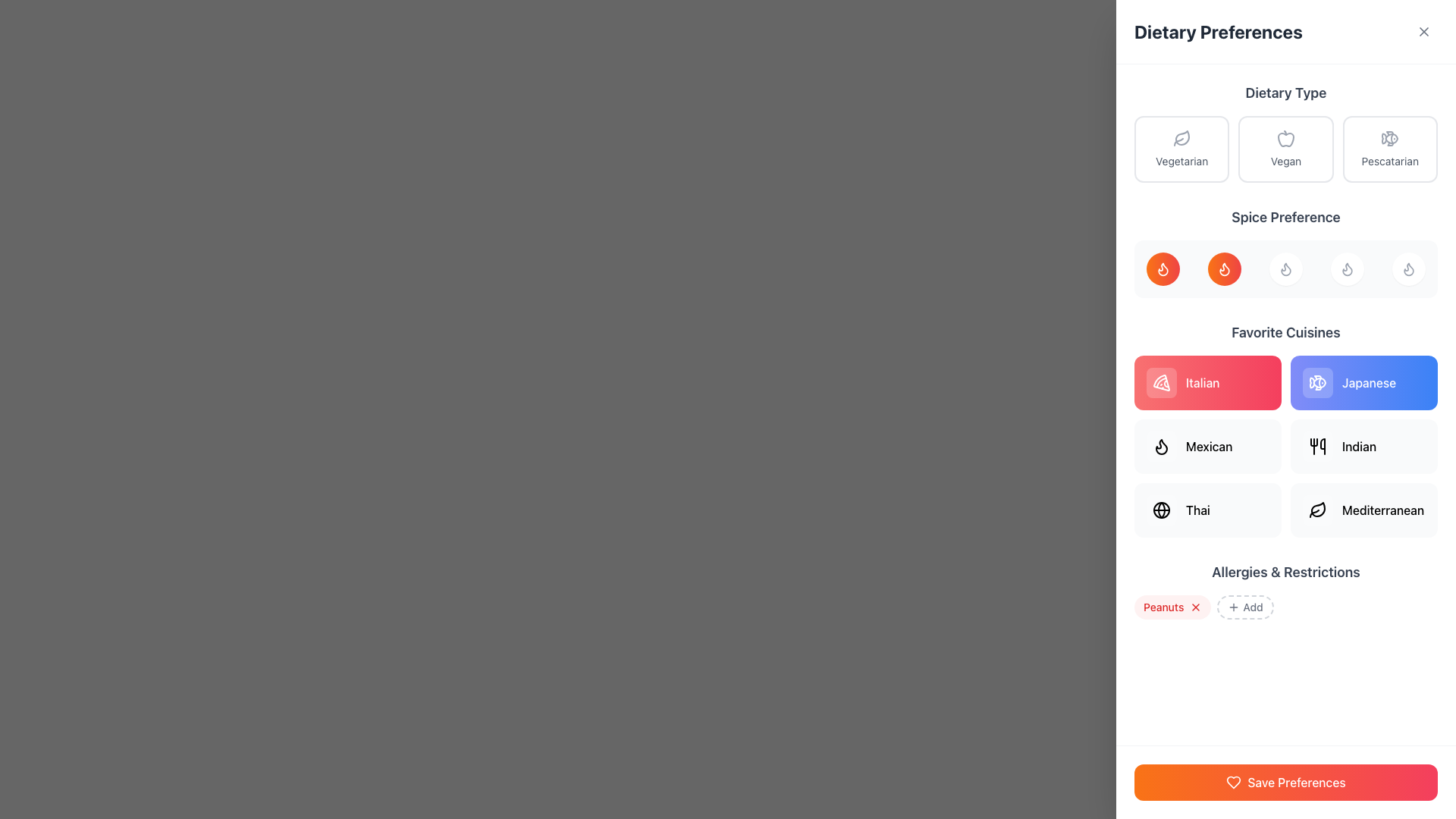  Describe the element at coordinates (1364, 382) in the screenshot. I see `the selectable button for Japanese cuisine preference located in the 'Favorite Cuisines' section of the Dietary Preferences interface` at that location.